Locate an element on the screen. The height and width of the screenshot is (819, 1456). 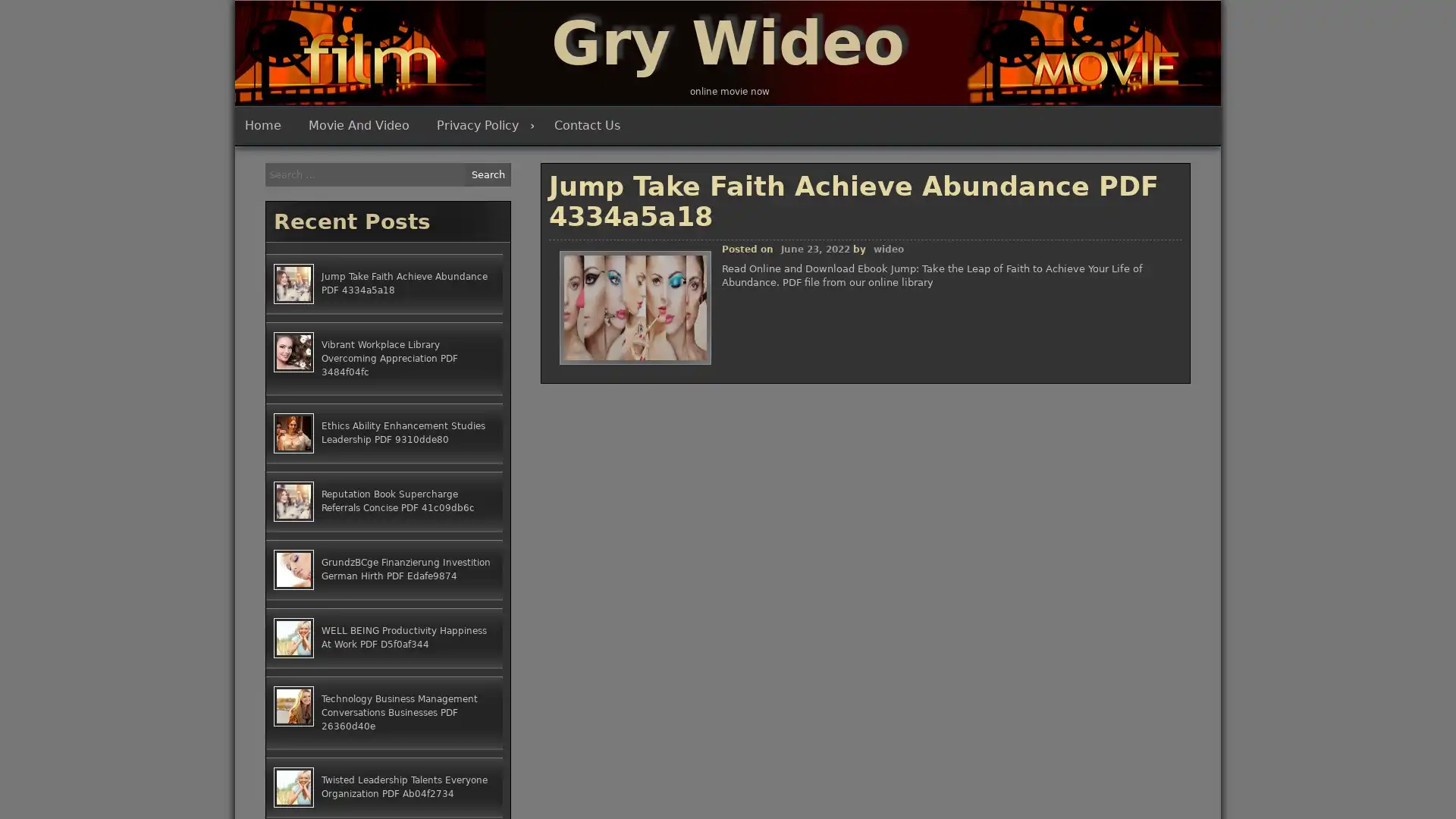
Search is located at coordinates (488, 174).